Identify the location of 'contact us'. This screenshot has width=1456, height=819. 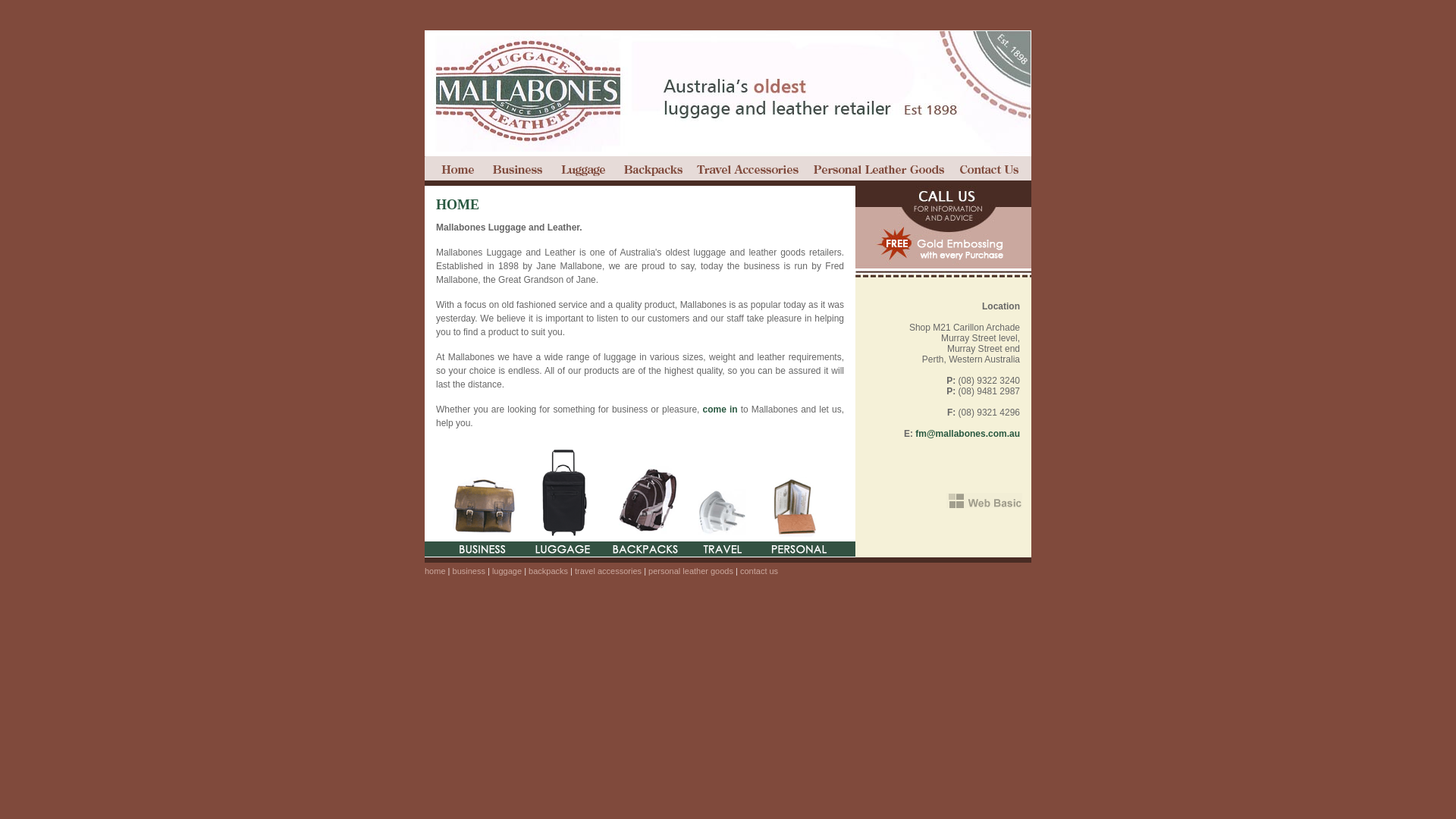
(990, 171).